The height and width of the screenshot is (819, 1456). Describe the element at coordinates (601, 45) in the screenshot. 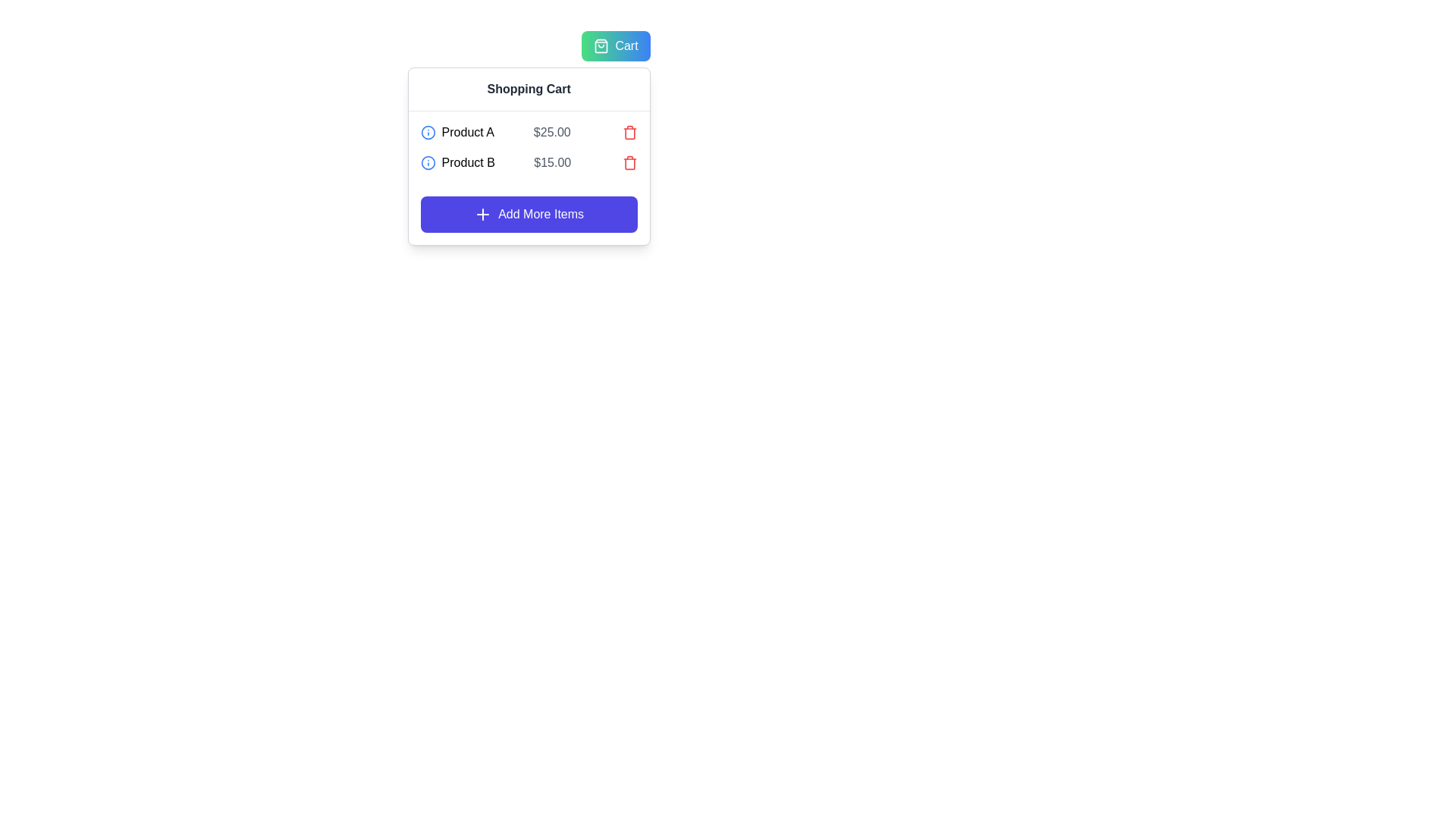

I see `the shopping cart icon located at the top-right corner of the interface, adjacent to the text 'Cart'` at that location.